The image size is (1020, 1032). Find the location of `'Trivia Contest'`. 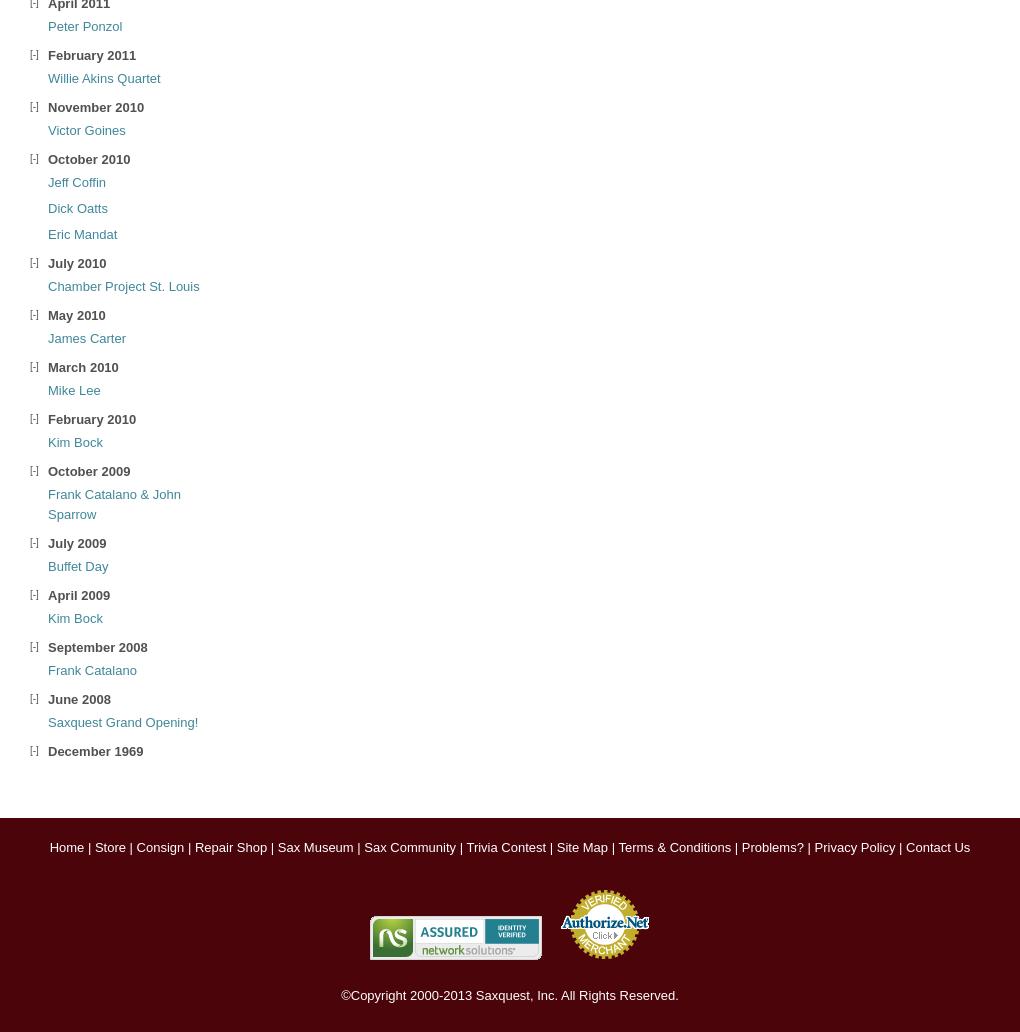

'Trivia Contest' is located at coordinates (506, 846).